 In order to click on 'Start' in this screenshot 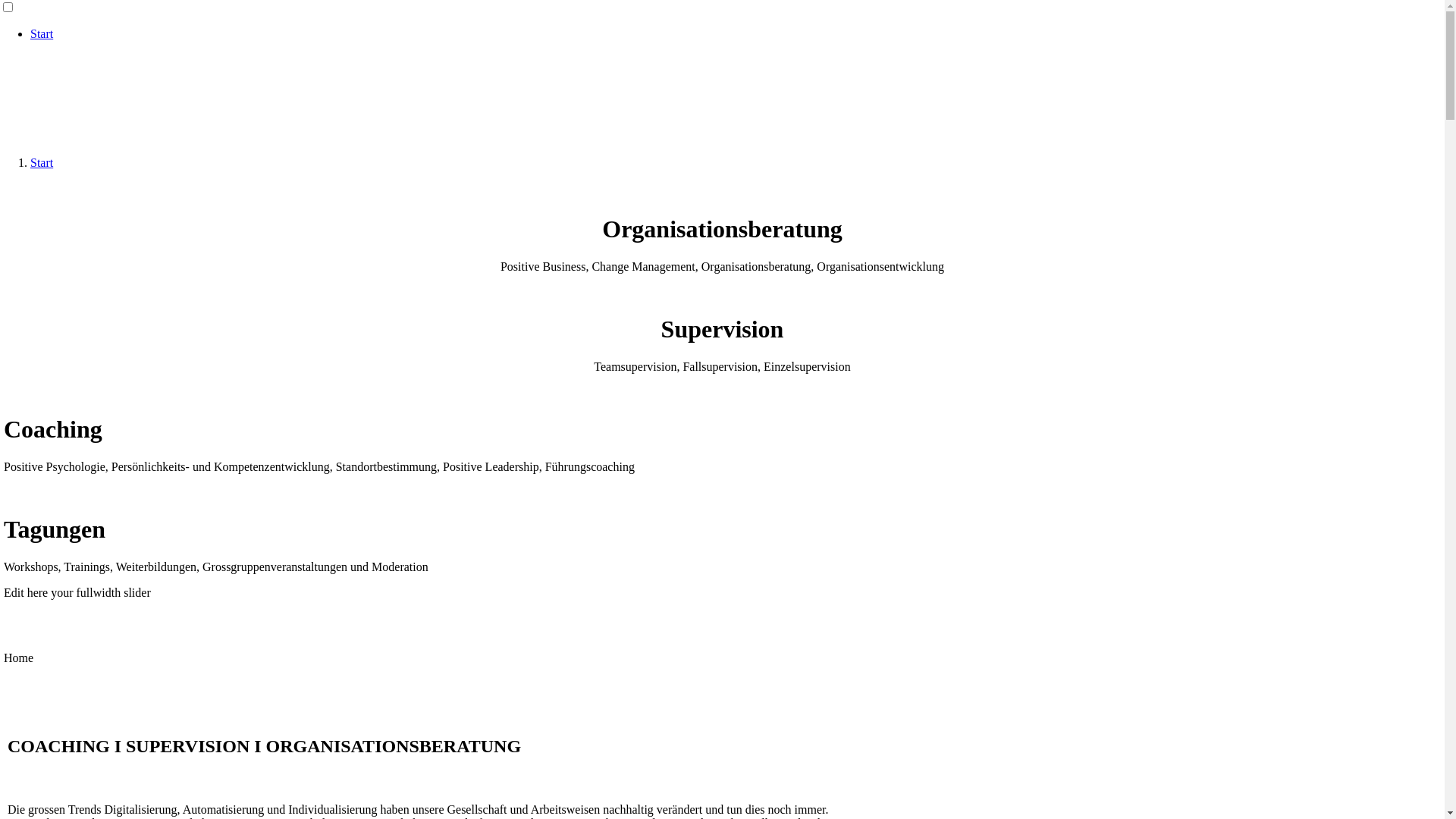, I will do `click(41, 33)`.